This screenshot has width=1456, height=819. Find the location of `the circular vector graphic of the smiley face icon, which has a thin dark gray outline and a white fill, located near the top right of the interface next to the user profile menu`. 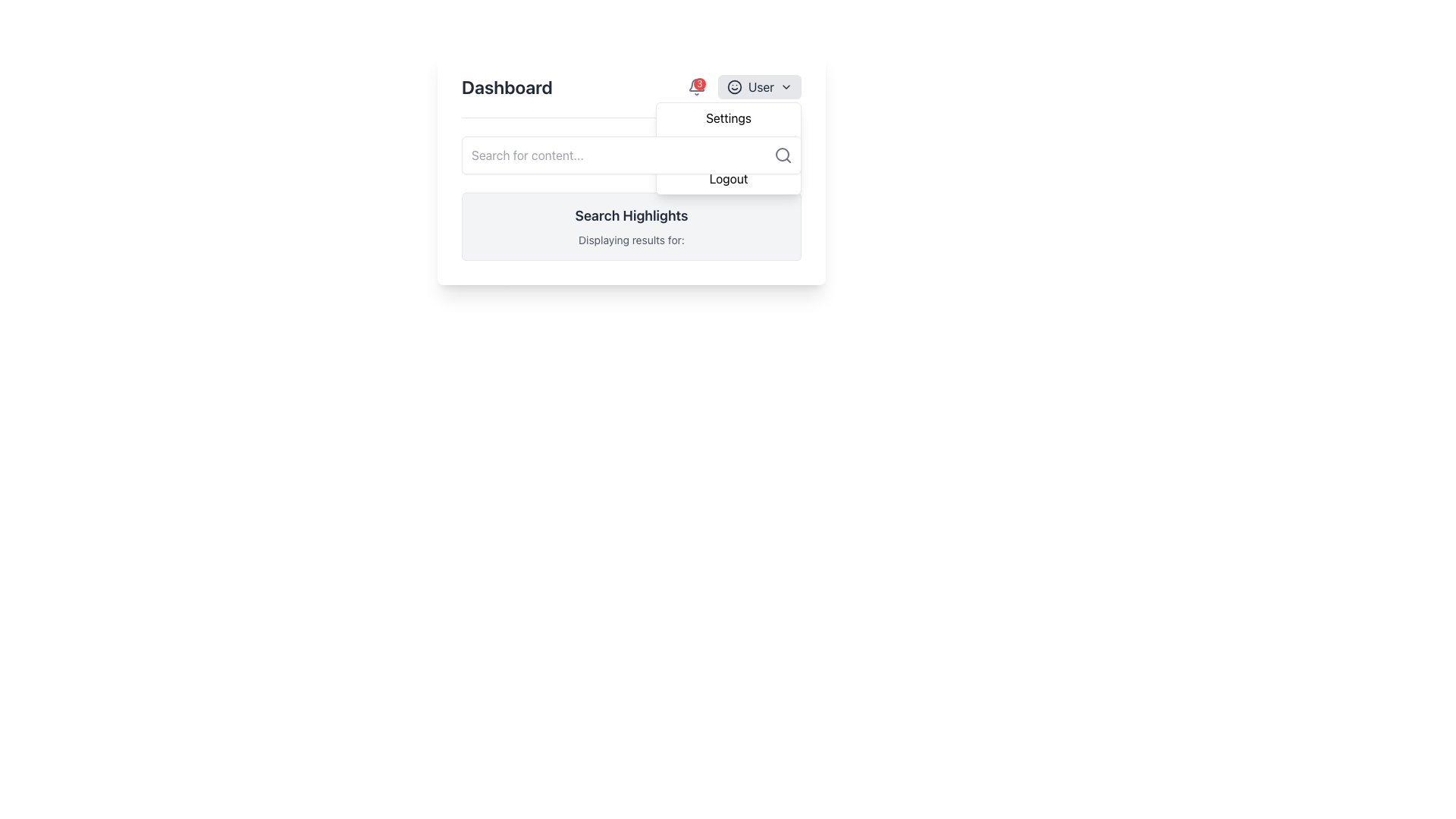

the circular vector graphic of the smiley face icon, which has a thin dark gray outline and a white fill, located near the top right of the interface next to the user profile menu is located at coordinates (734, 87).